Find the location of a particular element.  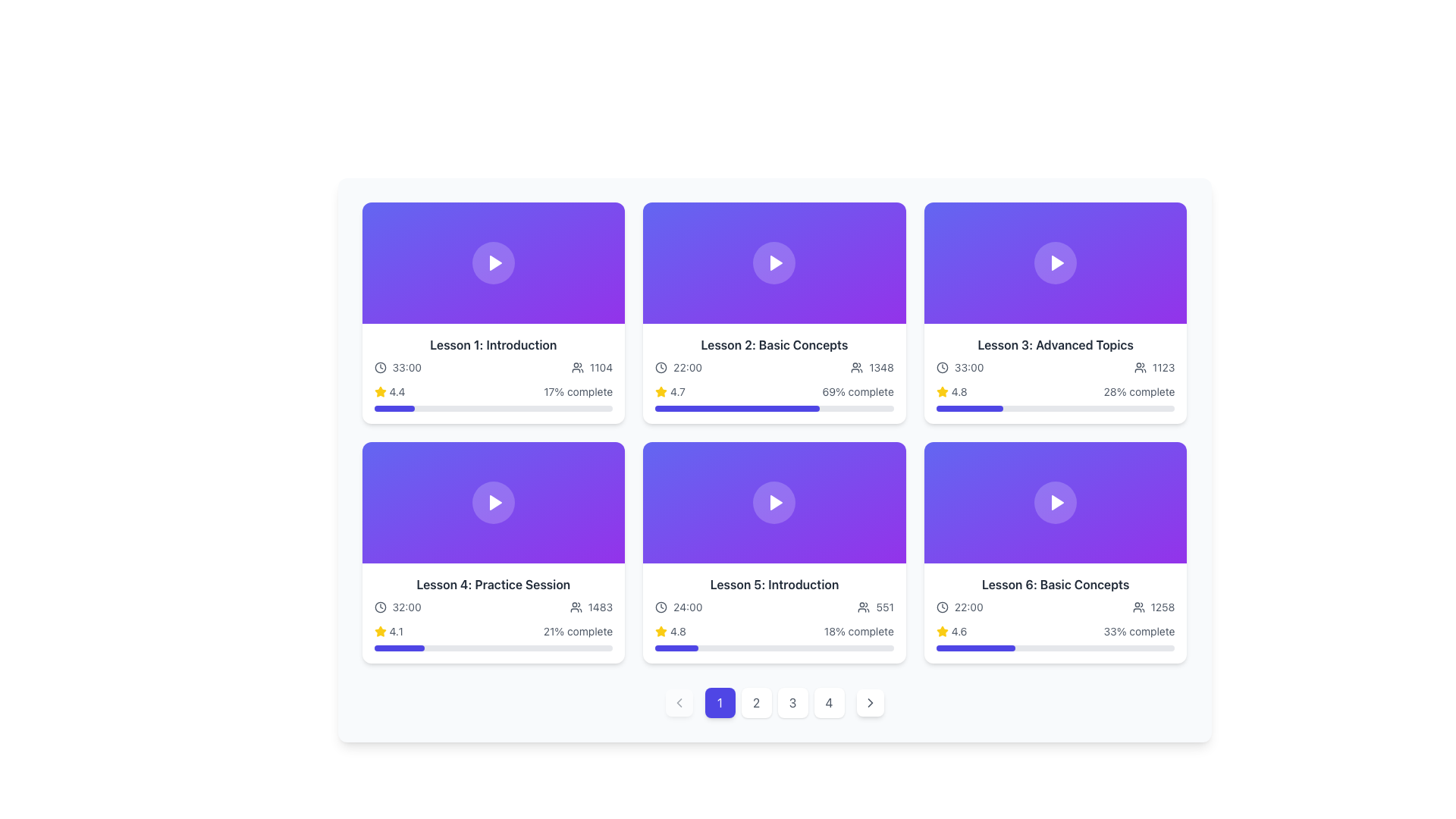

the lesson title text element located in the bottom-right card of the educational interface, positioned beneath the purple video thumbnail is located at coordinates (1055, 584).